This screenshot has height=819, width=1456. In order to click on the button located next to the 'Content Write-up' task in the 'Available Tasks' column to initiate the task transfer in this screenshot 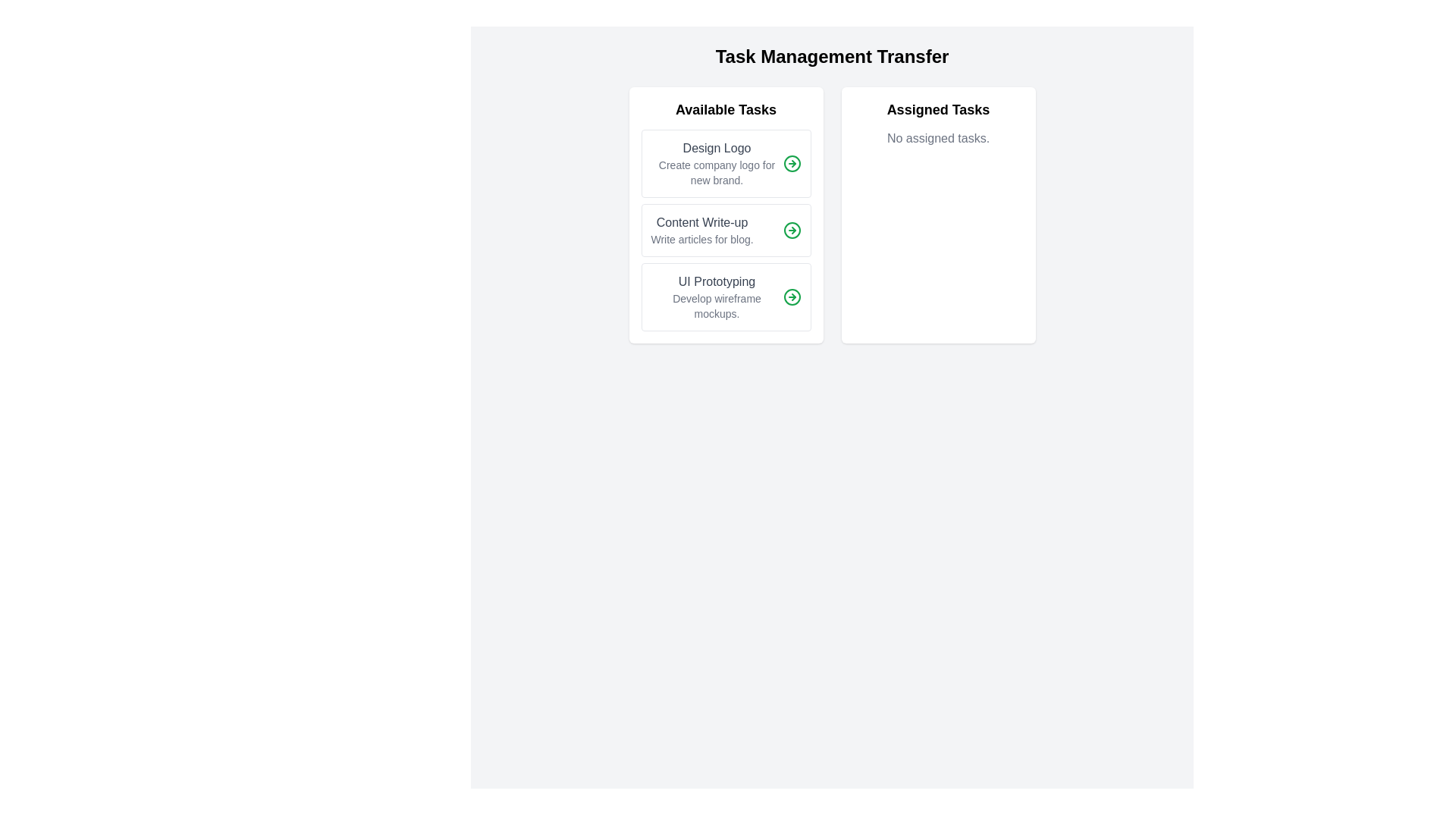, I will do `click(791, 231)`.